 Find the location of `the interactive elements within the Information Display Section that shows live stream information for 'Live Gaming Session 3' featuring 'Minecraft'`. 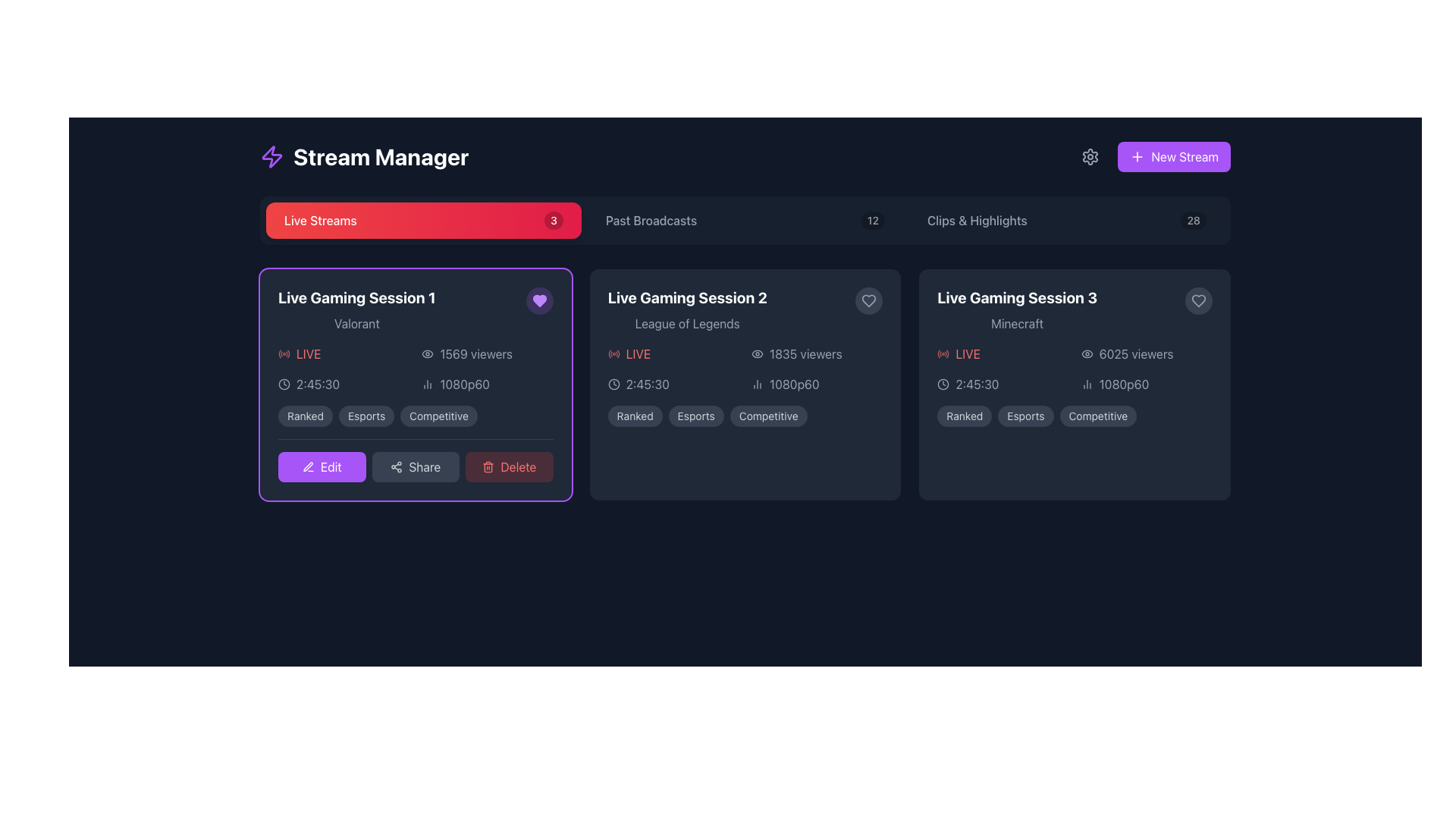

the interactive elements within the Information Display Section that shows live stream information for 'Live Gaming Session 3' featuring 'Minecraft' is located at coordinates (1074, 369).